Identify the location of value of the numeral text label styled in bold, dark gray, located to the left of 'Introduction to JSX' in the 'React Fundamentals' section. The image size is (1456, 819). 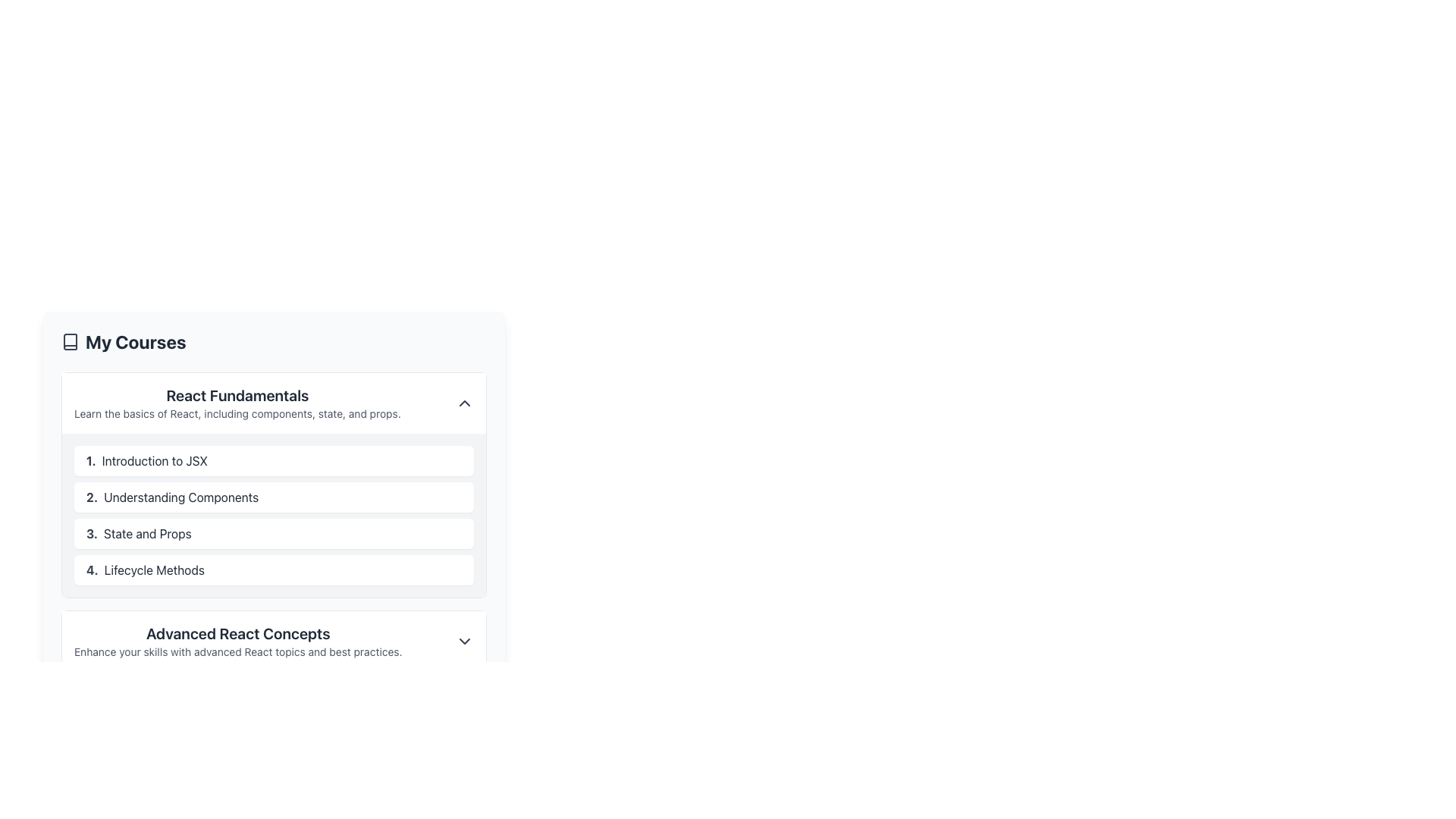
(90, 460).